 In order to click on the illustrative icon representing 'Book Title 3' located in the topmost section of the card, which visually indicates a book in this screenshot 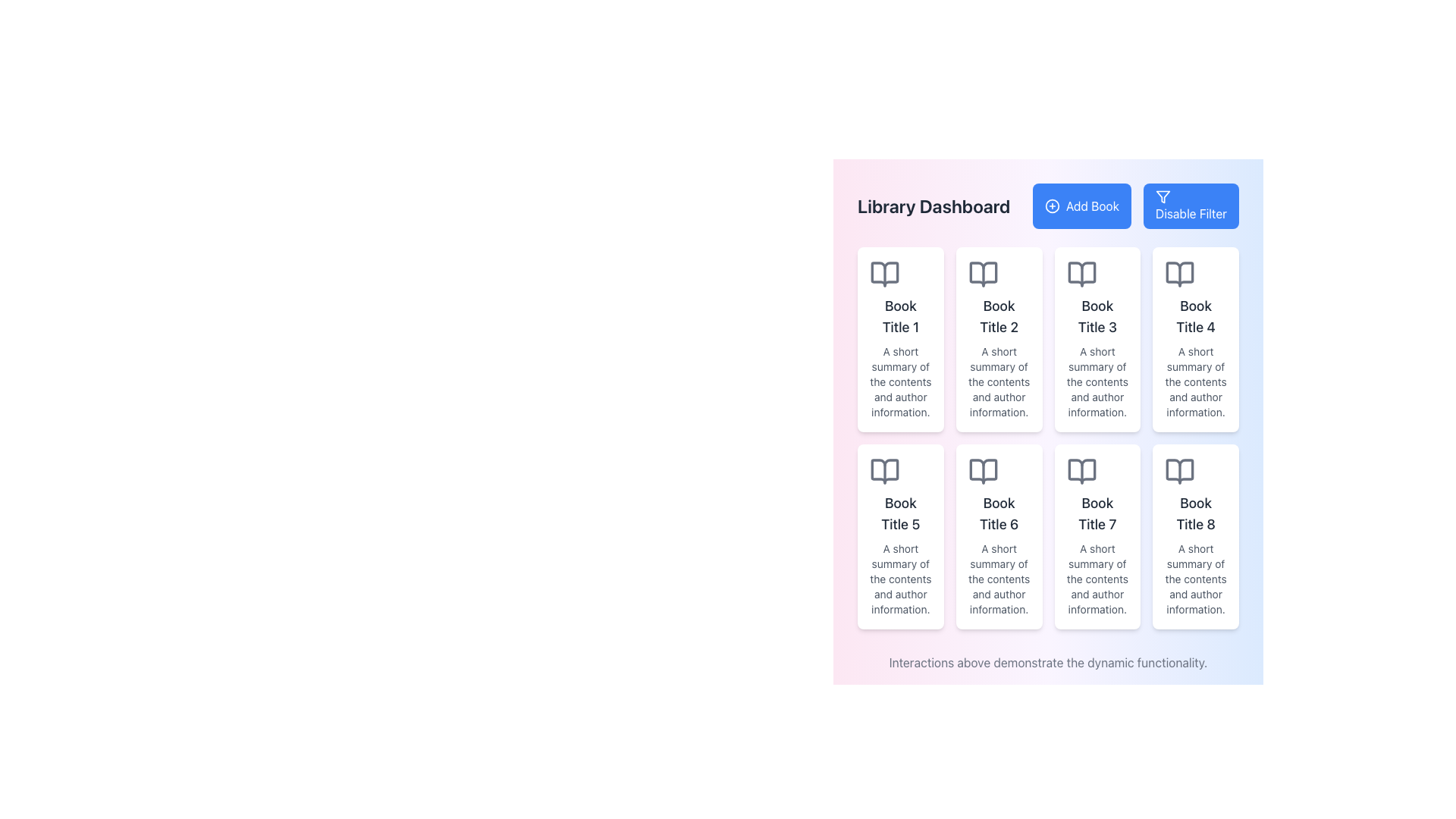, I will do `click(1081, 275)`.